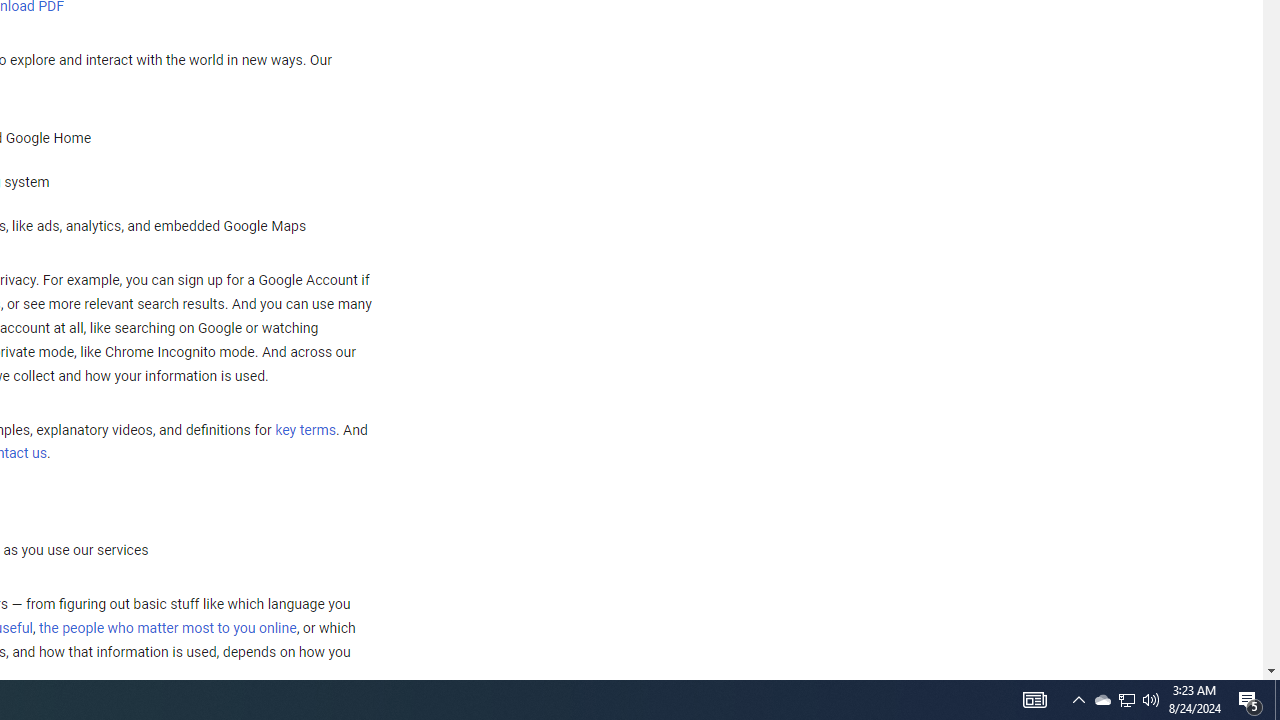 This screenshot has width=1280, height=720. What do you see at coordinates (167, 627) in the screenshot?
I see `'the people who matter most to you online'` at bounding box center [167, 627].